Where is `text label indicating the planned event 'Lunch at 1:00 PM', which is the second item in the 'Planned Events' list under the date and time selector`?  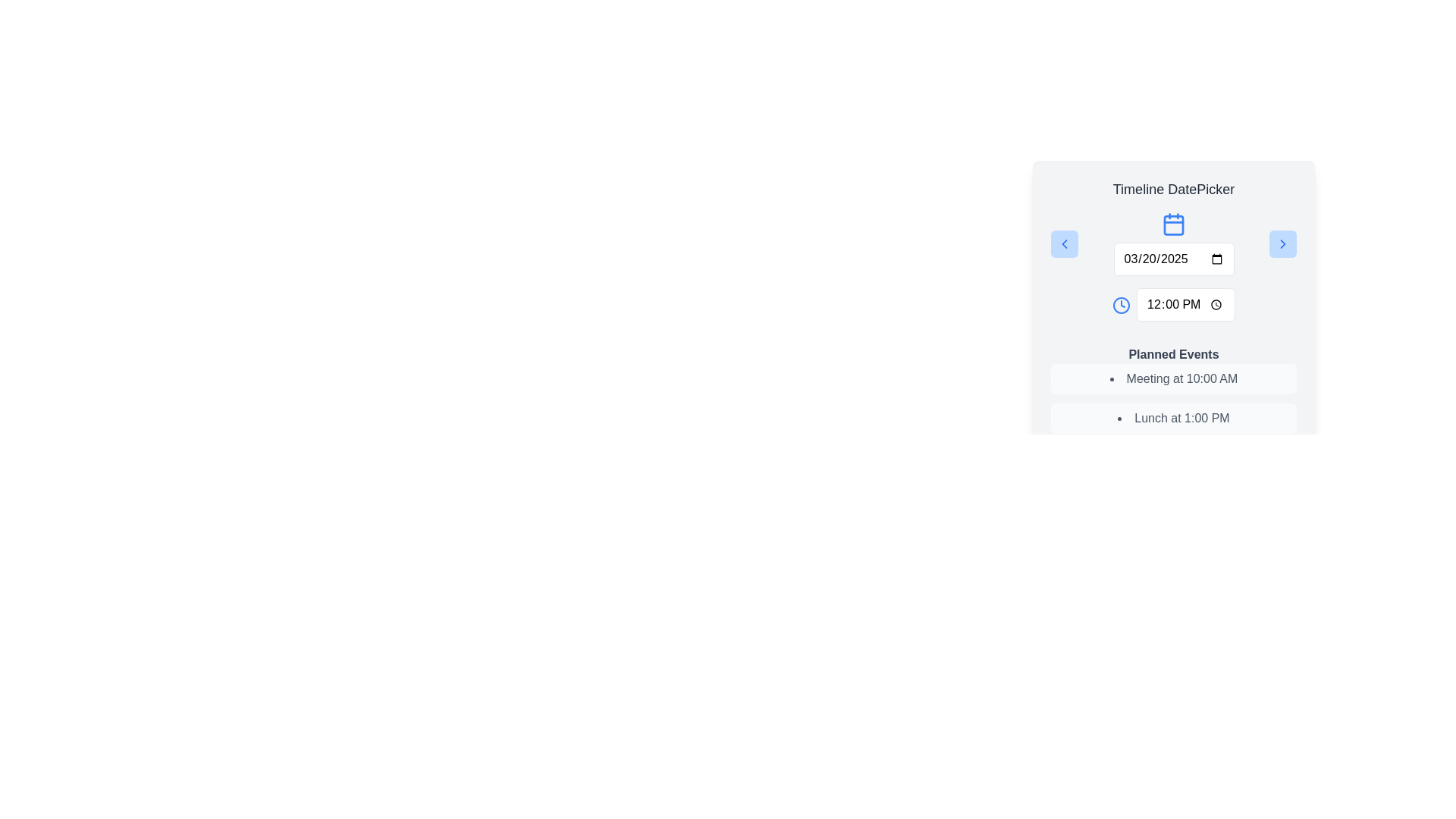 text label indicating the planned event 'Lunch at 1:00 PM', which is the second item in the 'Planned Events' list under the date and time selector is located at coordinates (1173, 418).